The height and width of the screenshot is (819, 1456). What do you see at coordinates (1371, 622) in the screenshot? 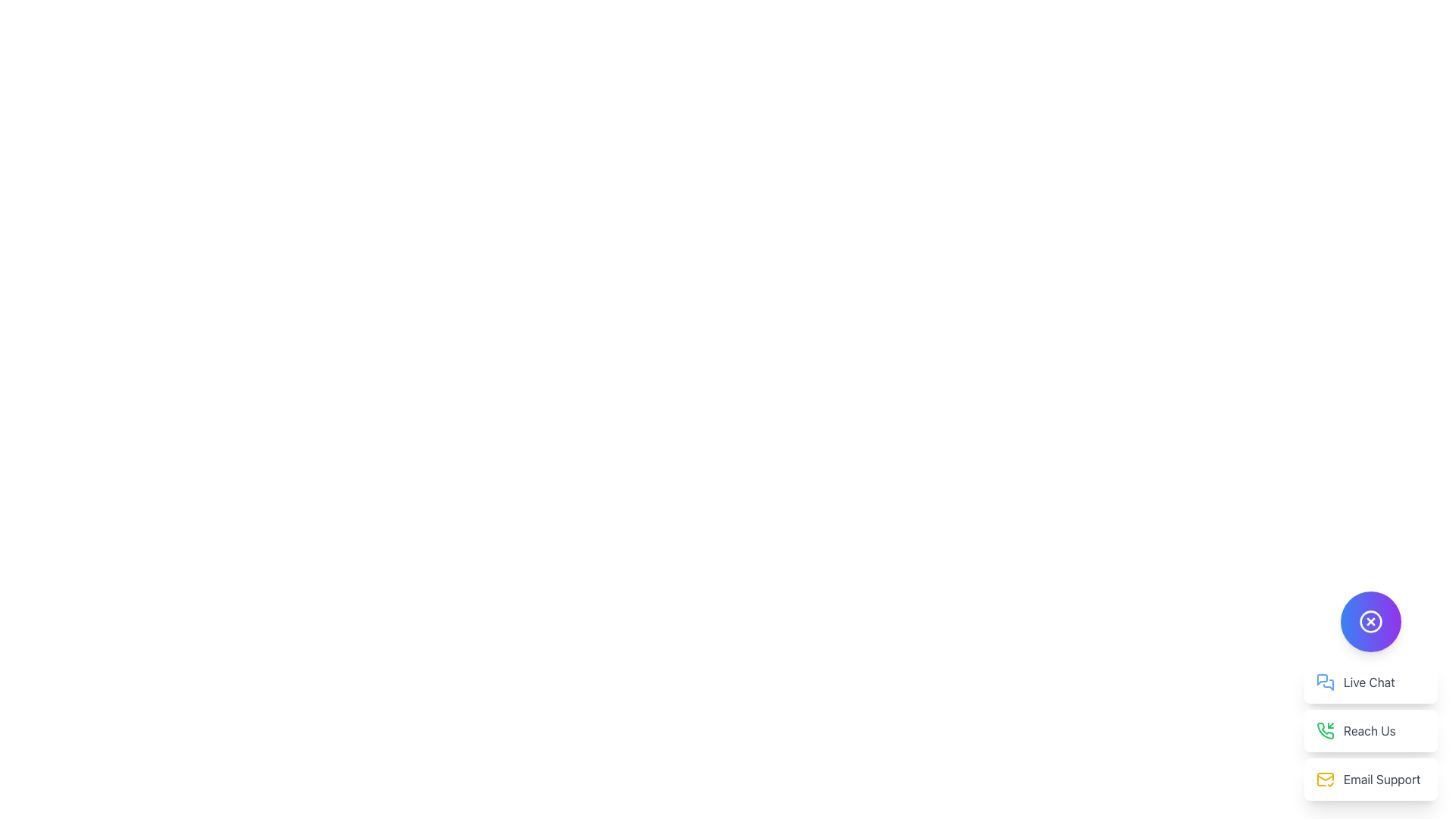
I see `the toggle button at the bottom-right corner of the panel to observe visual feedback` at bounding box center [1371, 622].